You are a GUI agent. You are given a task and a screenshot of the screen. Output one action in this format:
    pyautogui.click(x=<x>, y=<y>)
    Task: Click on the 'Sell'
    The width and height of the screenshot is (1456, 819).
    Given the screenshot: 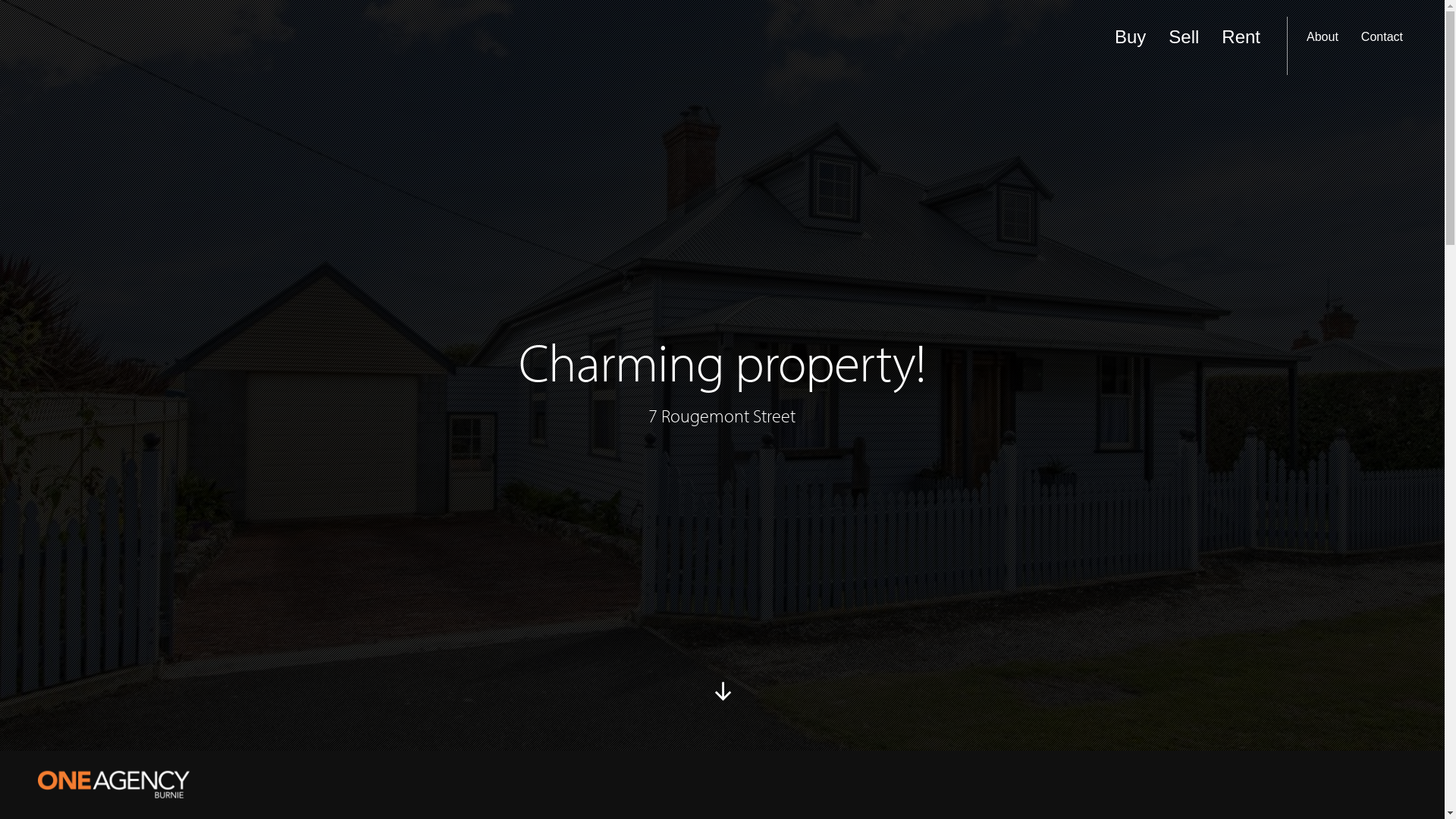 What is the action you would take?
    pyautogui.click(x=1156, y=45)
    